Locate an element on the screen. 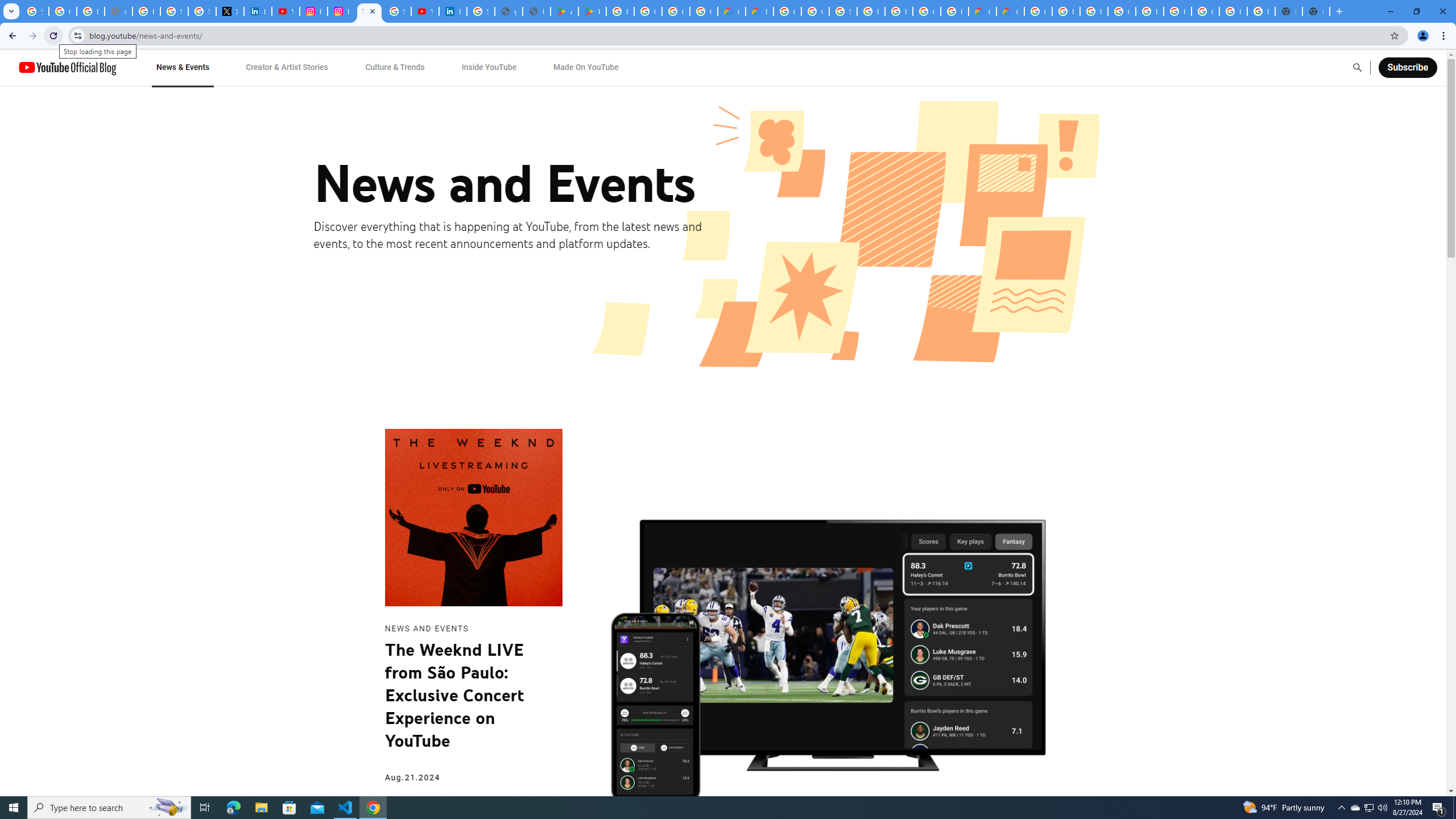 Image resolution: width=1456 pixels, height=819 pixels. 'Google Workspace - Specific Terms' is located at coordinates (675, 11).